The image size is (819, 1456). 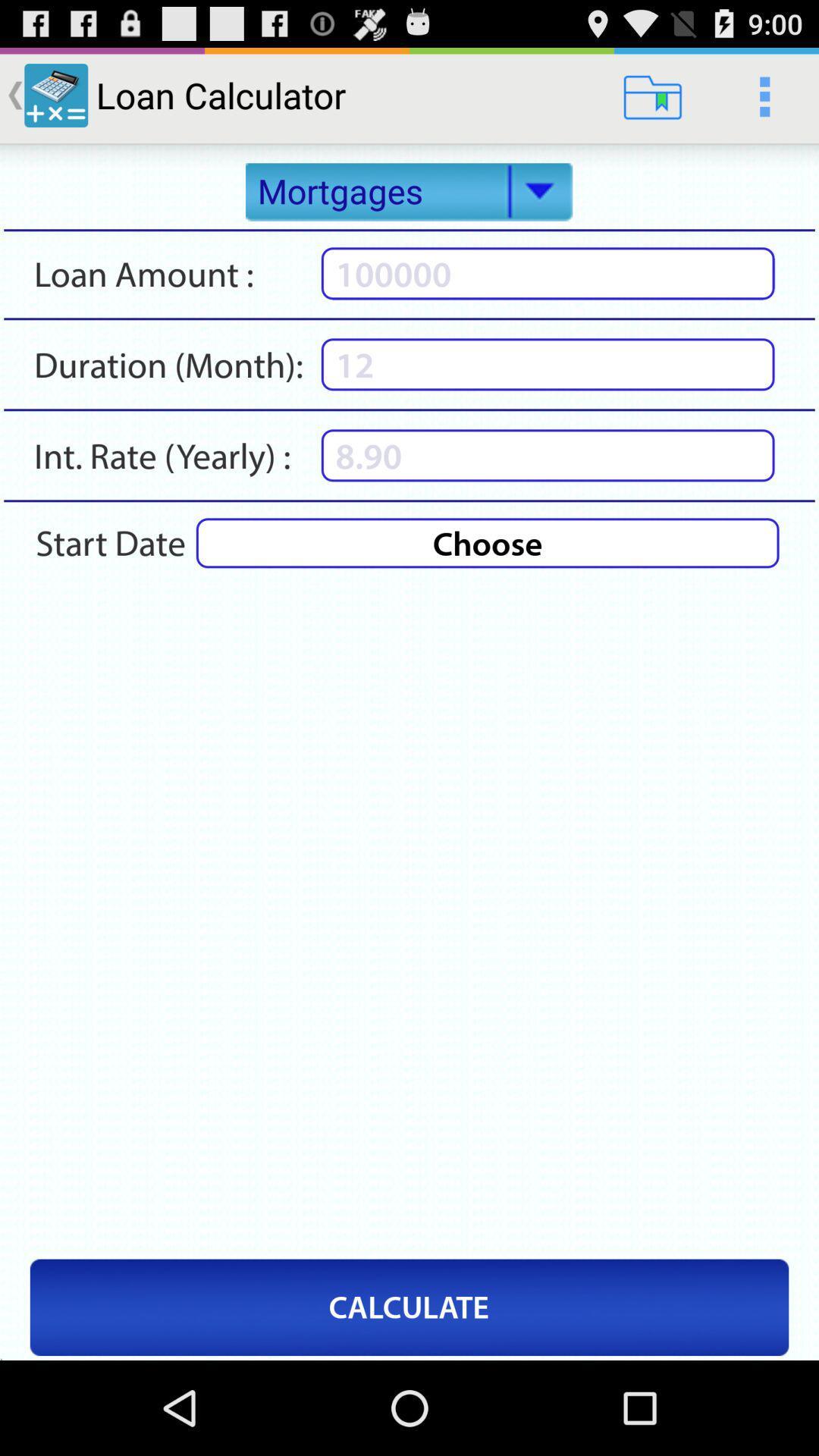 I want to click on rate, so click(x=548, y=454).